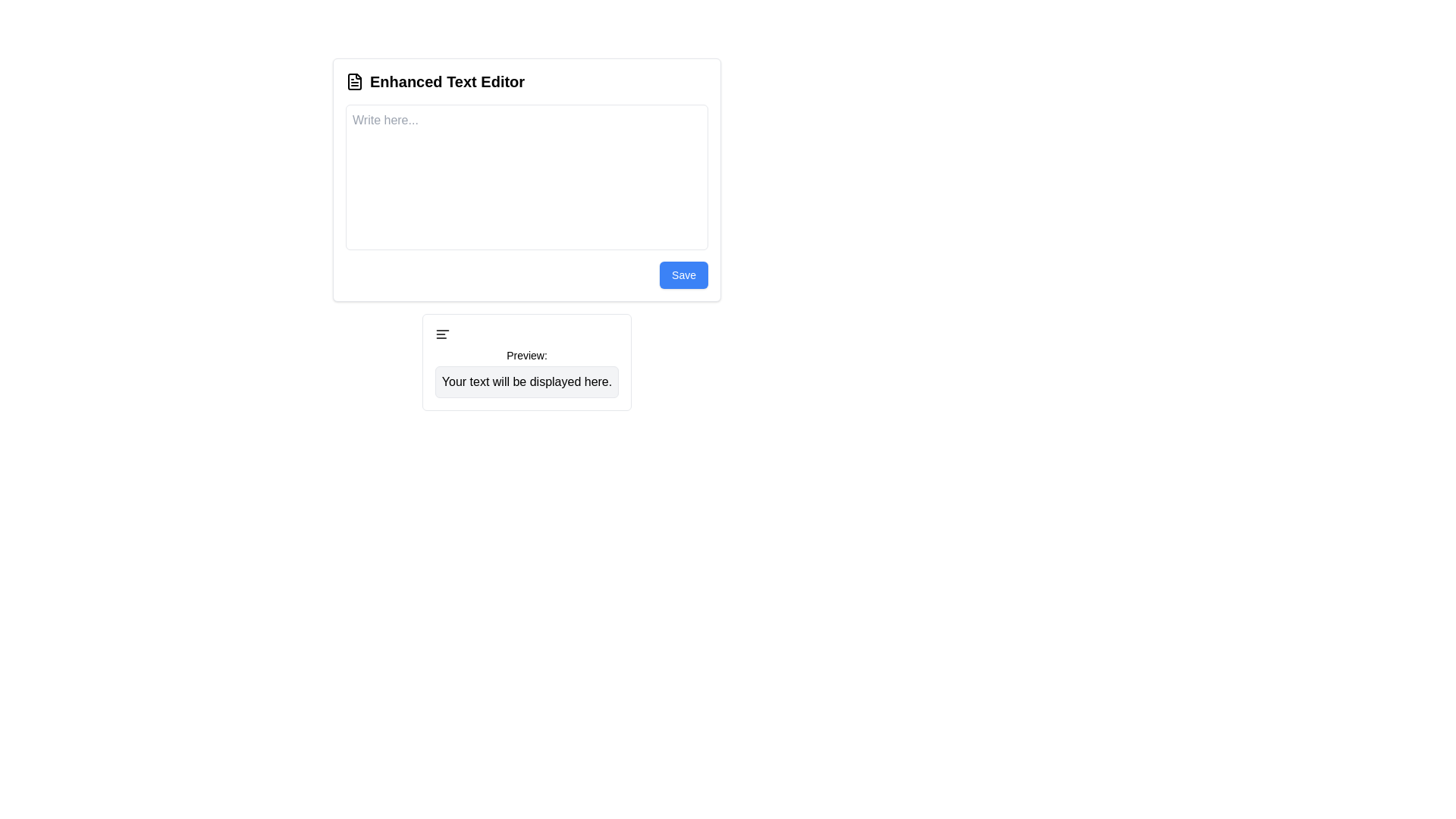 This screenshot has width=1456, height=819. What do you see at coordinates (527, 381) in the screenshot?
I see `text content from the Text display box that has a light gray background and shows 'Your text will be displayed here.'` at bounding box center [527, 381].